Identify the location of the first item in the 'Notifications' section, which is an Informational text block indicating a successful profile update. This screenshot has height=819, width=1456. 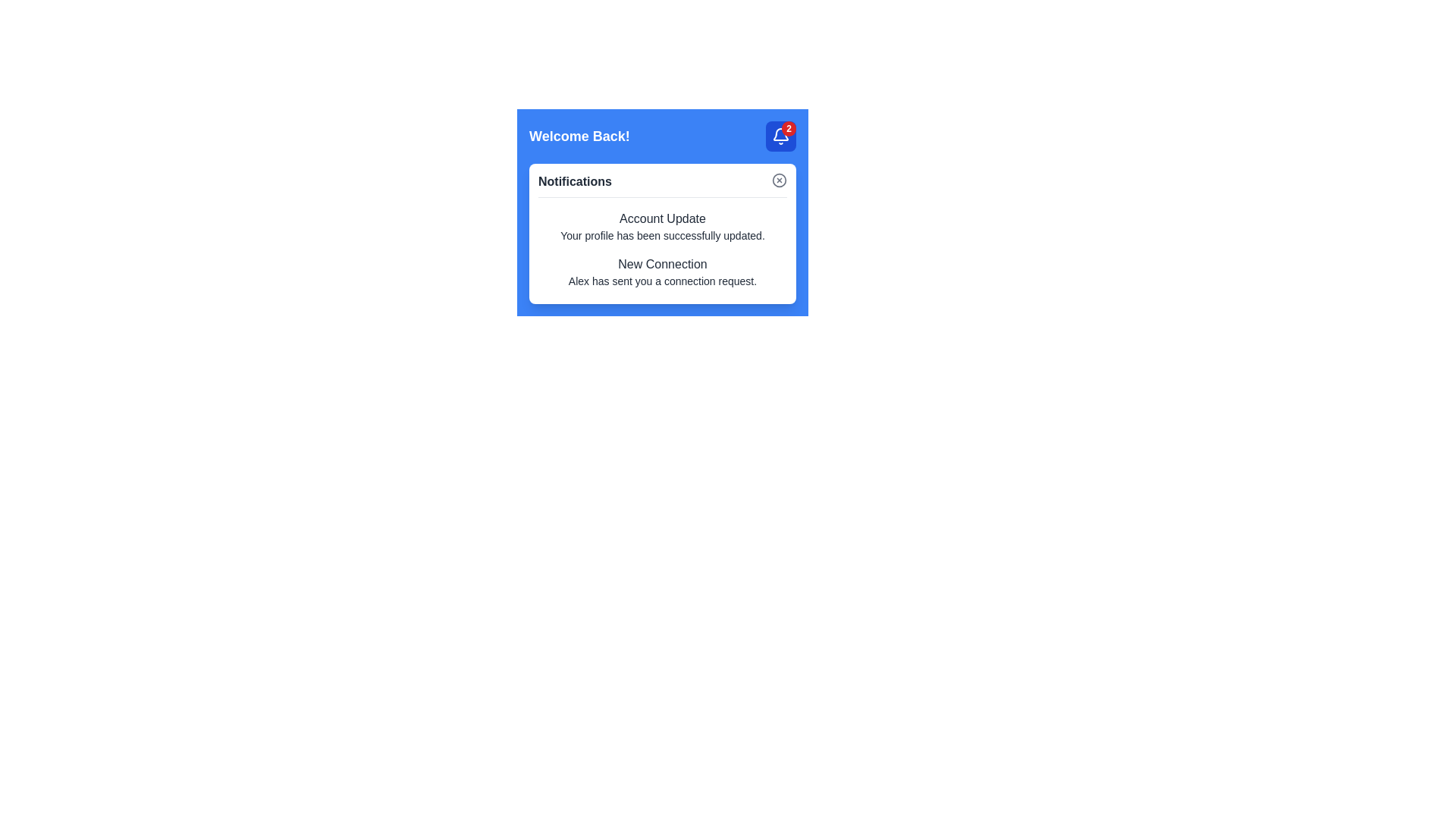
(662, 227).